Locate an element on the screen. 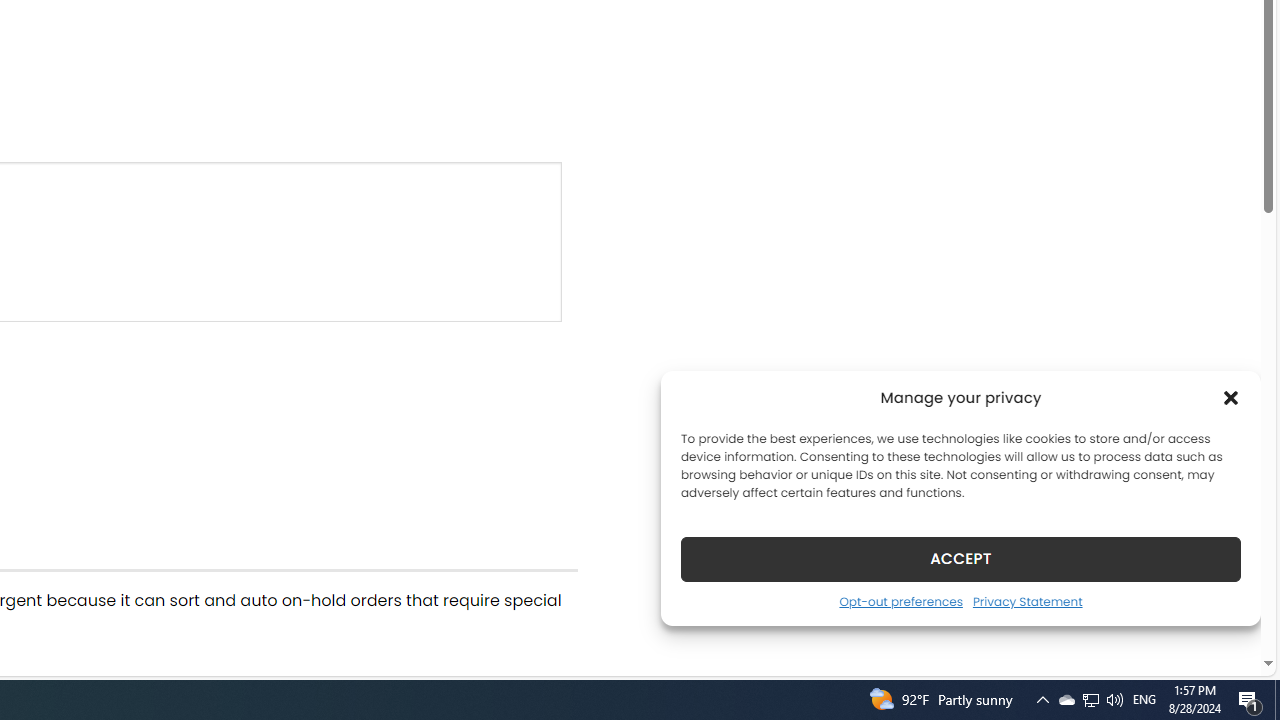 The height and width of the screenshot is (720, 1280). 'Opt-out preferences' is located at coordinates (899, 600).